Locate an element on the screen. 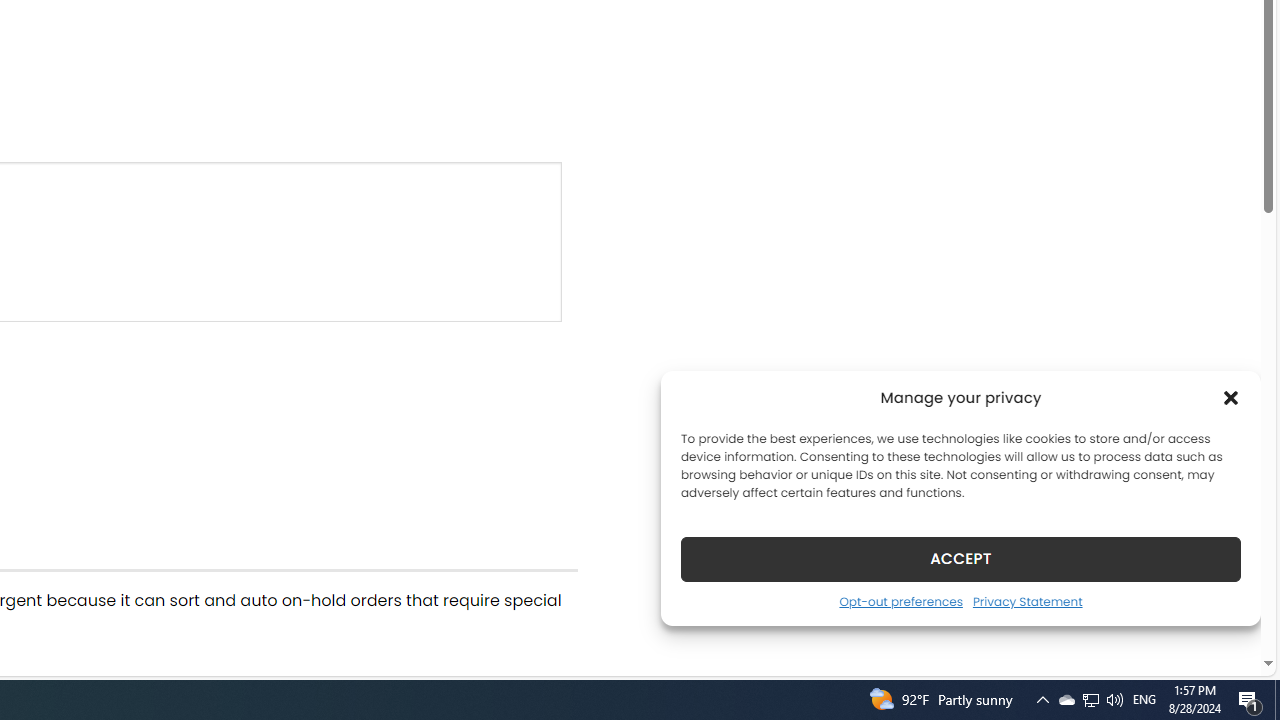 The height and width of the screenshot is (720, 1280). 'Opt-out preferences' is located at coordinates (899, 600).